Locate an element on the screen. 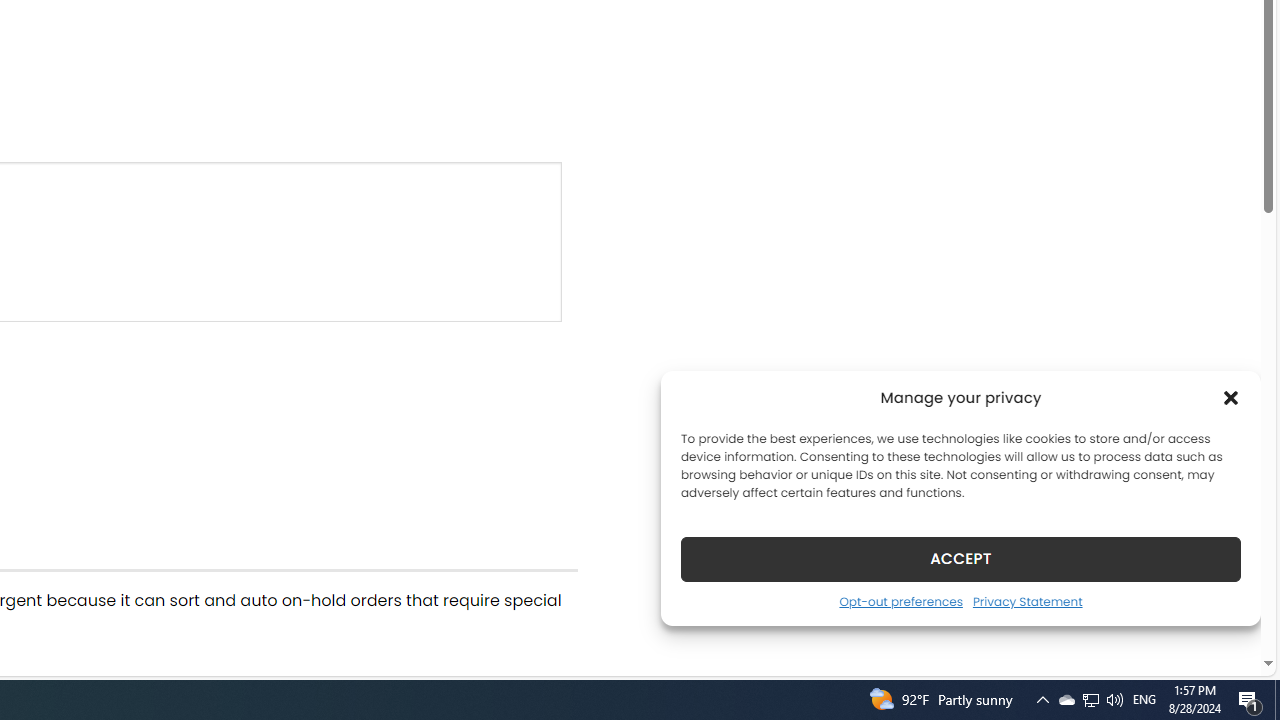 The height and width of the screenshot is (720, 1280). 'Opt-out preferences' is located at coordinates (899, 600).